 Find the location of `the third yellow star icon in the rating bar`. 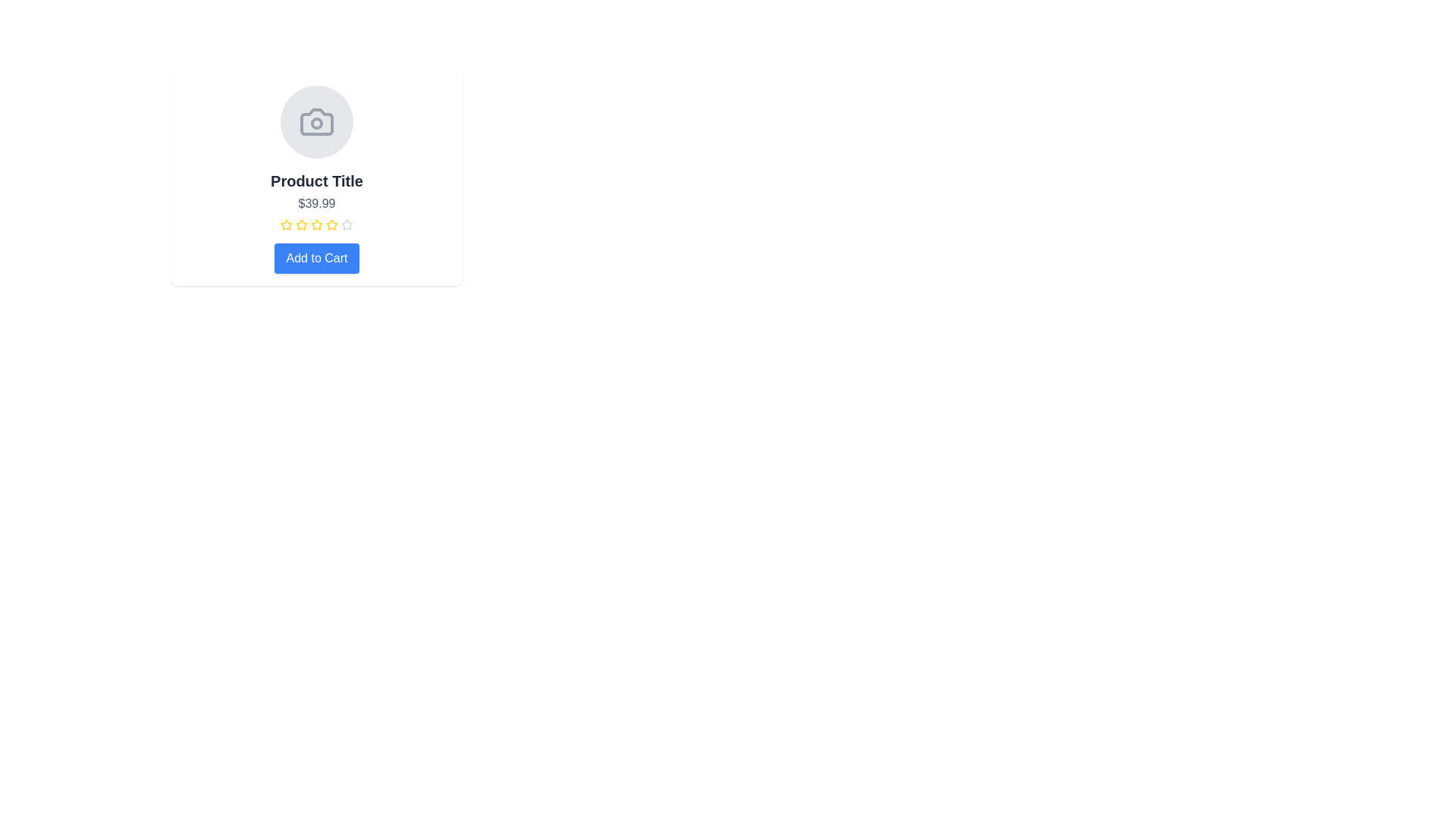

the third yellow star icon in the rating bar is located at coordinates (331, 224).